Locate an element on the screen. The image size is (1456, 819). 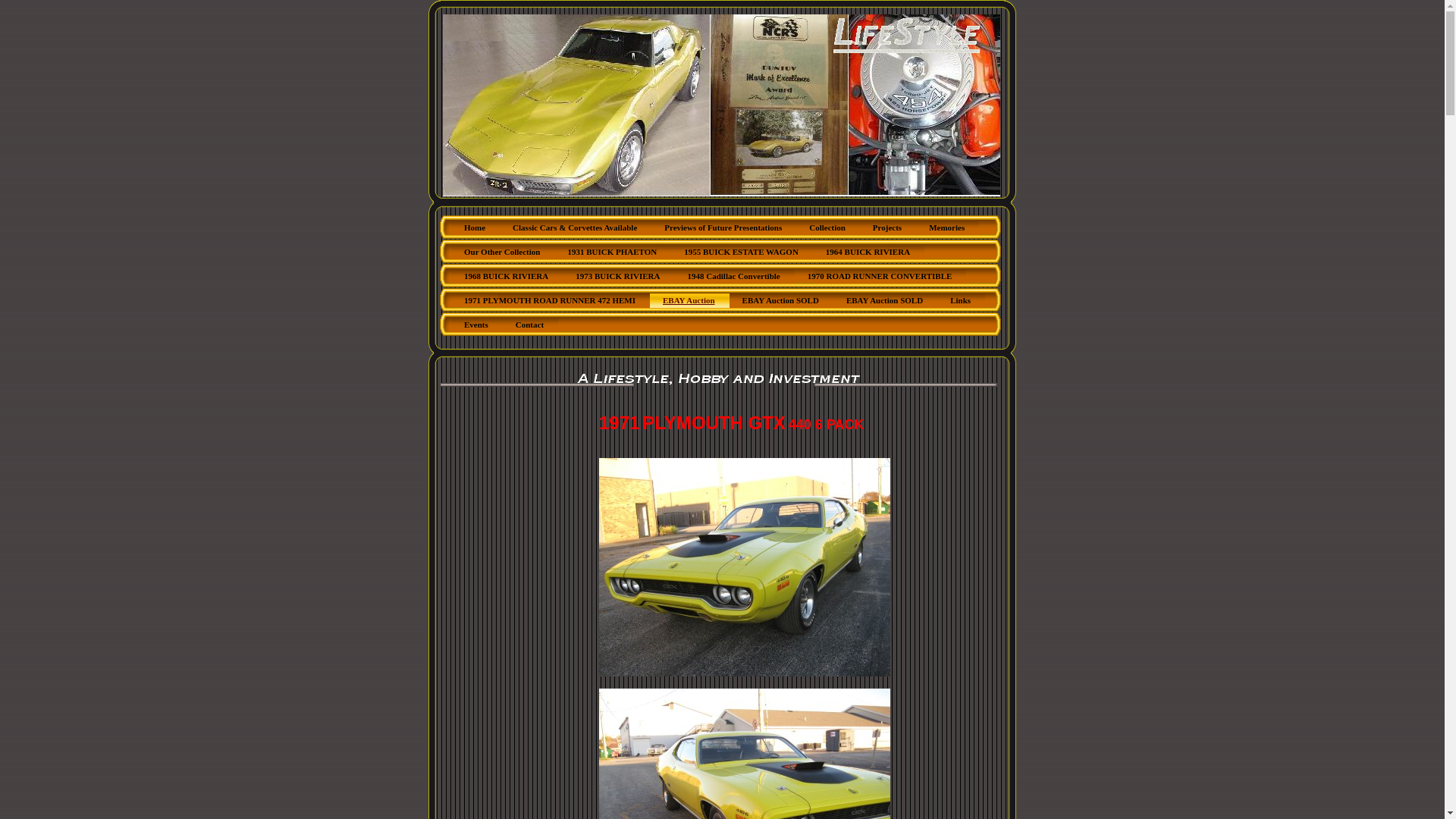
'1955 BUICK ESTATE WAGON' is located at coordinates (742, 252).